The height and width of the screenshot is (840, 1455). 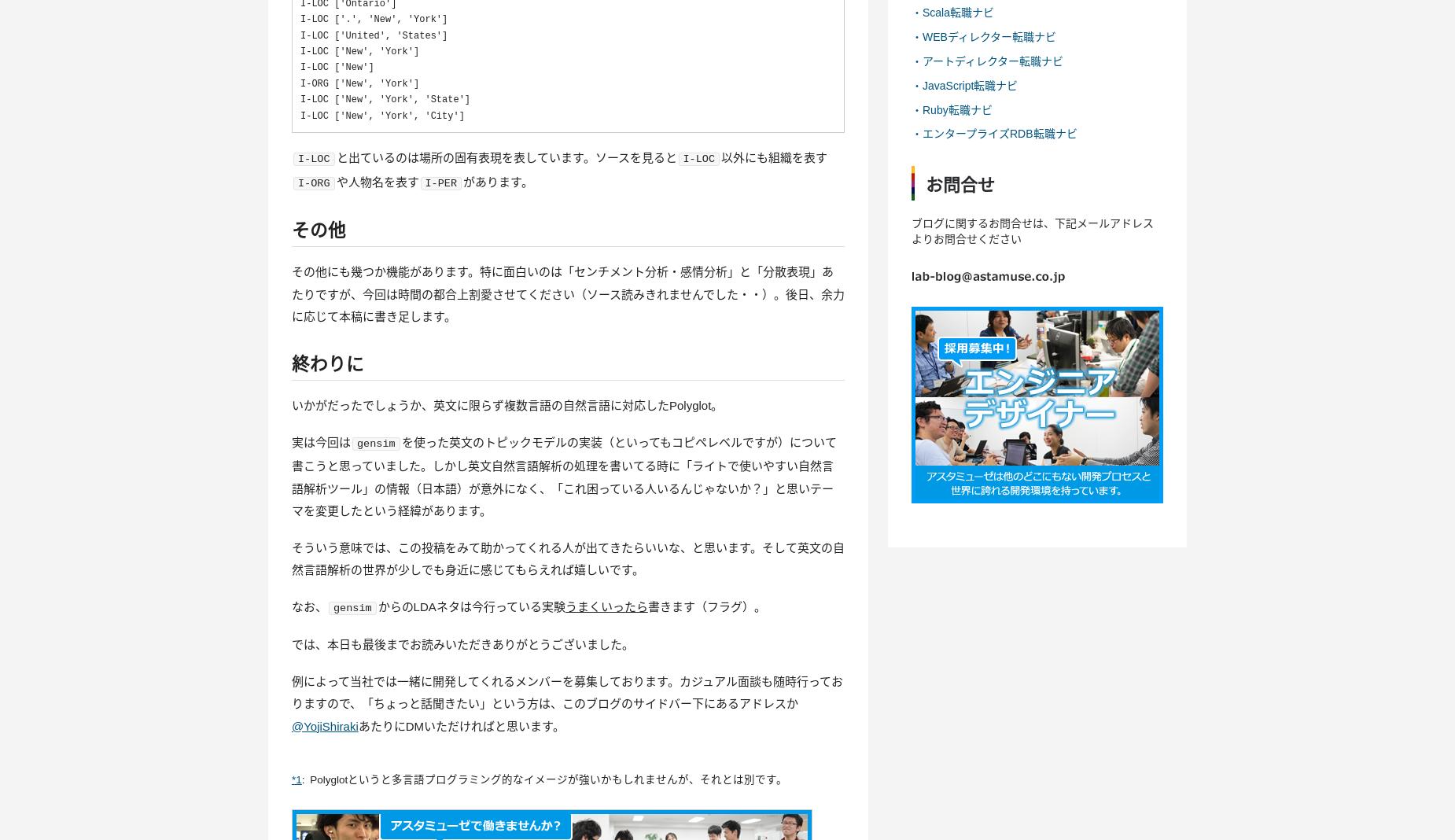 What do you see at coordinates (506, 405) in the screenshot?
I see `'いかがだったでしょうか、英文に限らず複数言語の自然言語に対応したPolyglot。'` at bounding box center [506, 405].